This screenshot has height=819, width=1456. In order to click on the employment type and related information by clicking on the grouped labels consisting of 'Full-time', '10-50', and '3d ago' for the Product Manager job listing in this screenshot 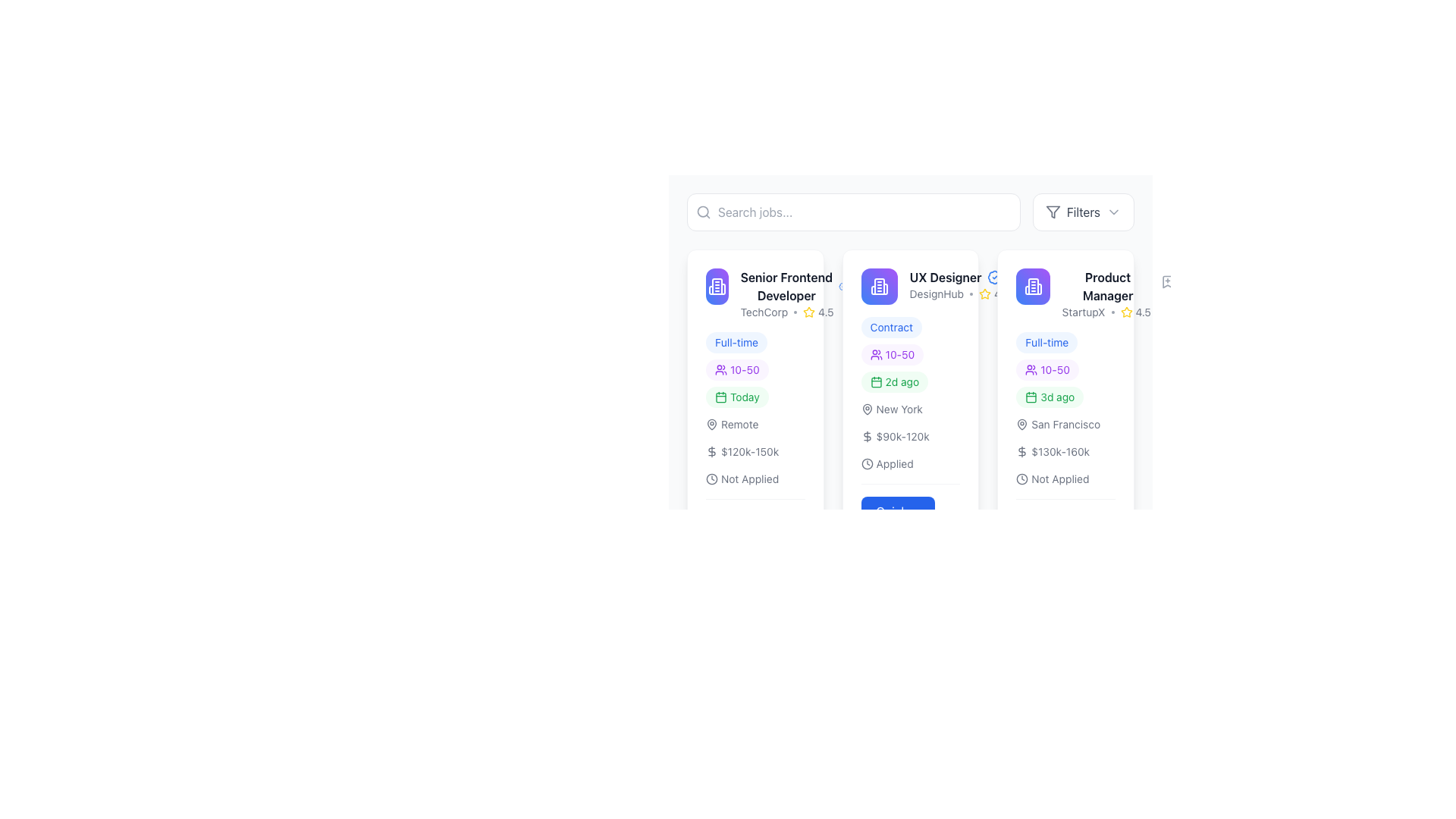, I will do `click(1065, 370)`.